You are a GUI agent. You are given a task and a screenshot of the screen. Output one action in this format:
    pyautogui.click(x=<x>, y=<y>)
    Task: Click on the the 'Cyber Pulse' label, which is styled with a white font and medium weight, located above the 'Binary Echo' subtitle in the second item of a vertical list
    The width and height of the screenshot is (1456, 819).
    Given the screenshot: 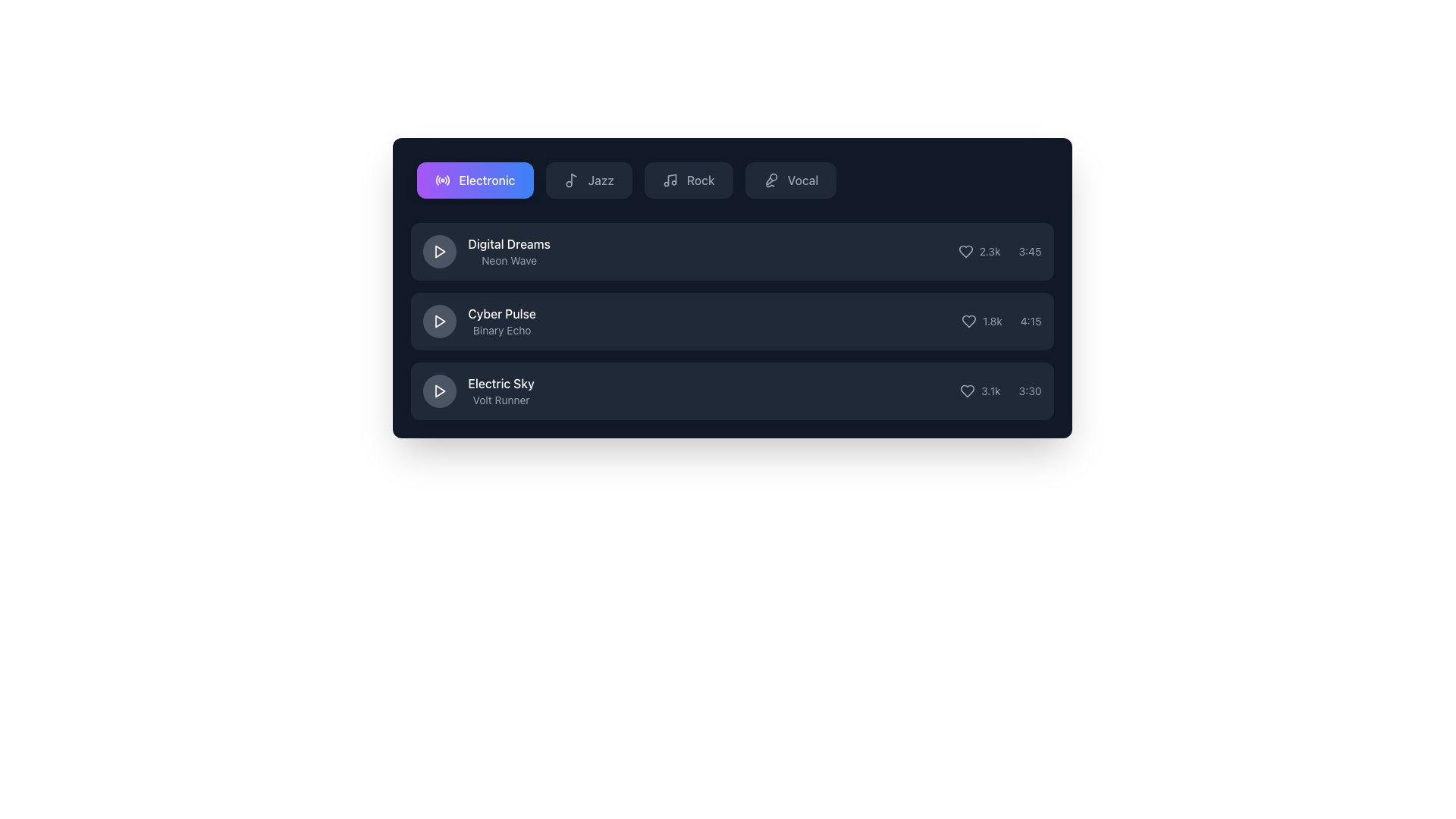 What is the action you would take?
    pyautogui.click(x=502, y=312)
    